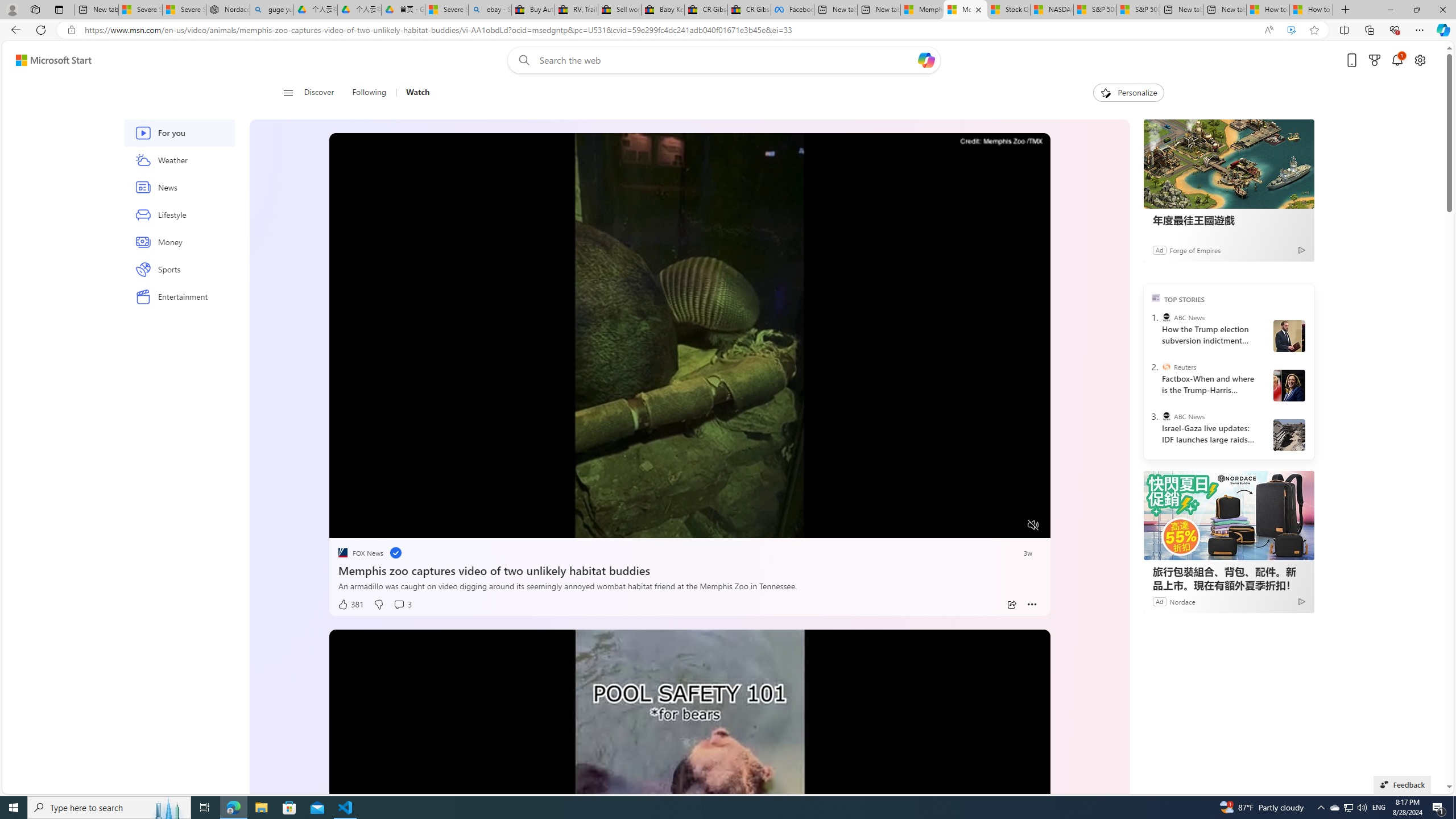  What do you see at coordinates (46, 59) in the screenshot?
I see `'Skip to footer'` at bounding box center [46, 59].